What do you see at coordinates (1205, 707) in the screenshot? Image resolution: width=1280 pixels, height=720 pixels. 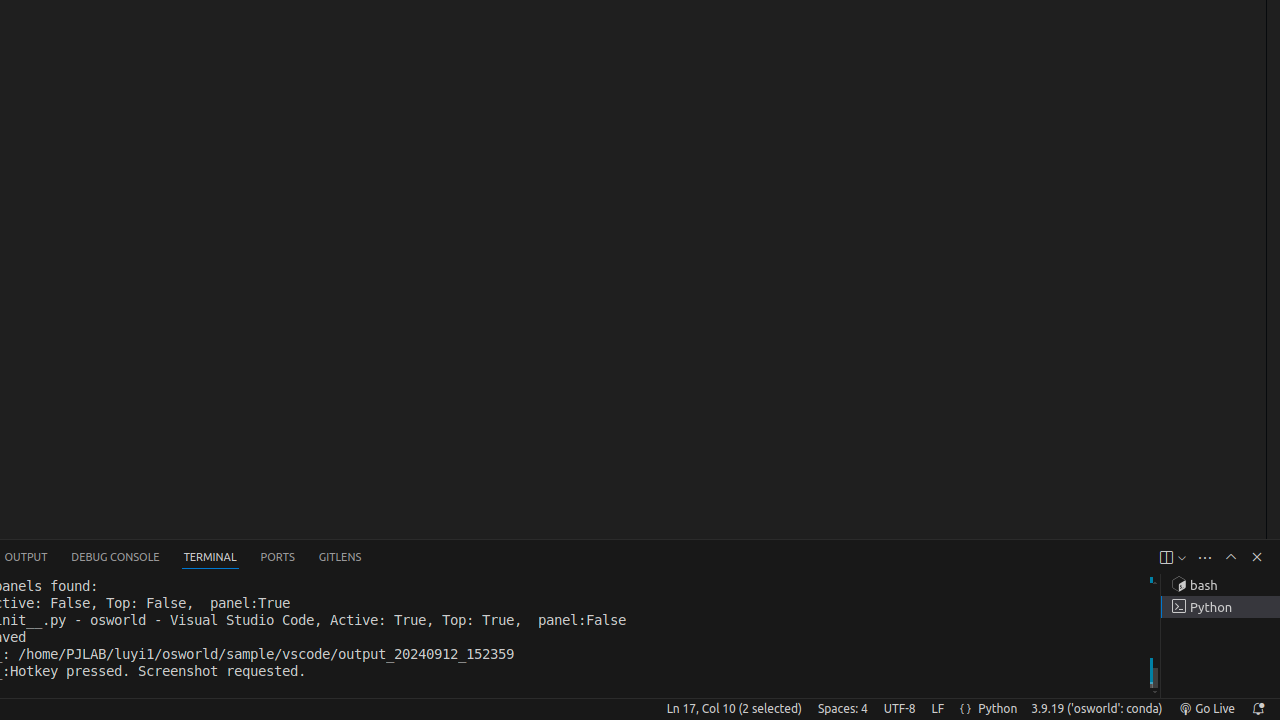 I see `'broadcast Go Live, Click to run live server'` at bounding box center [1205, 707].